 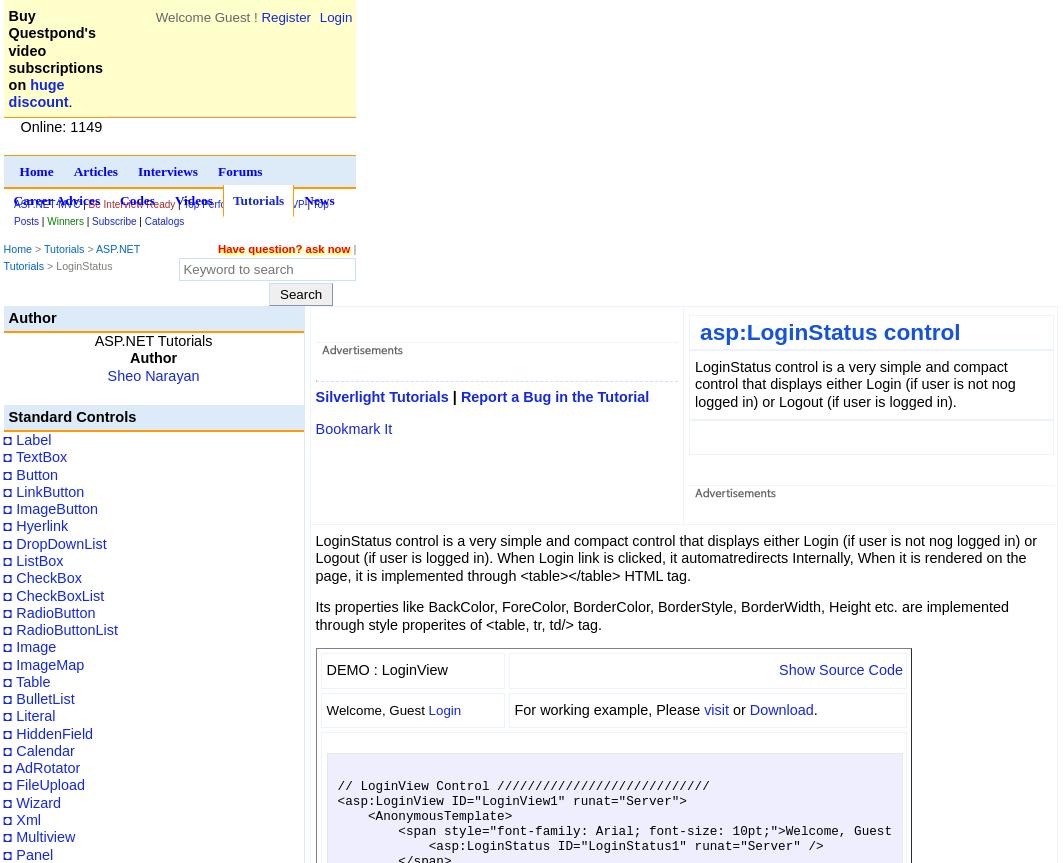 What do you see at coordinates (22, 817) in the screenshot?
I see `'◘ Xml'` at bounding box center [22, 817].